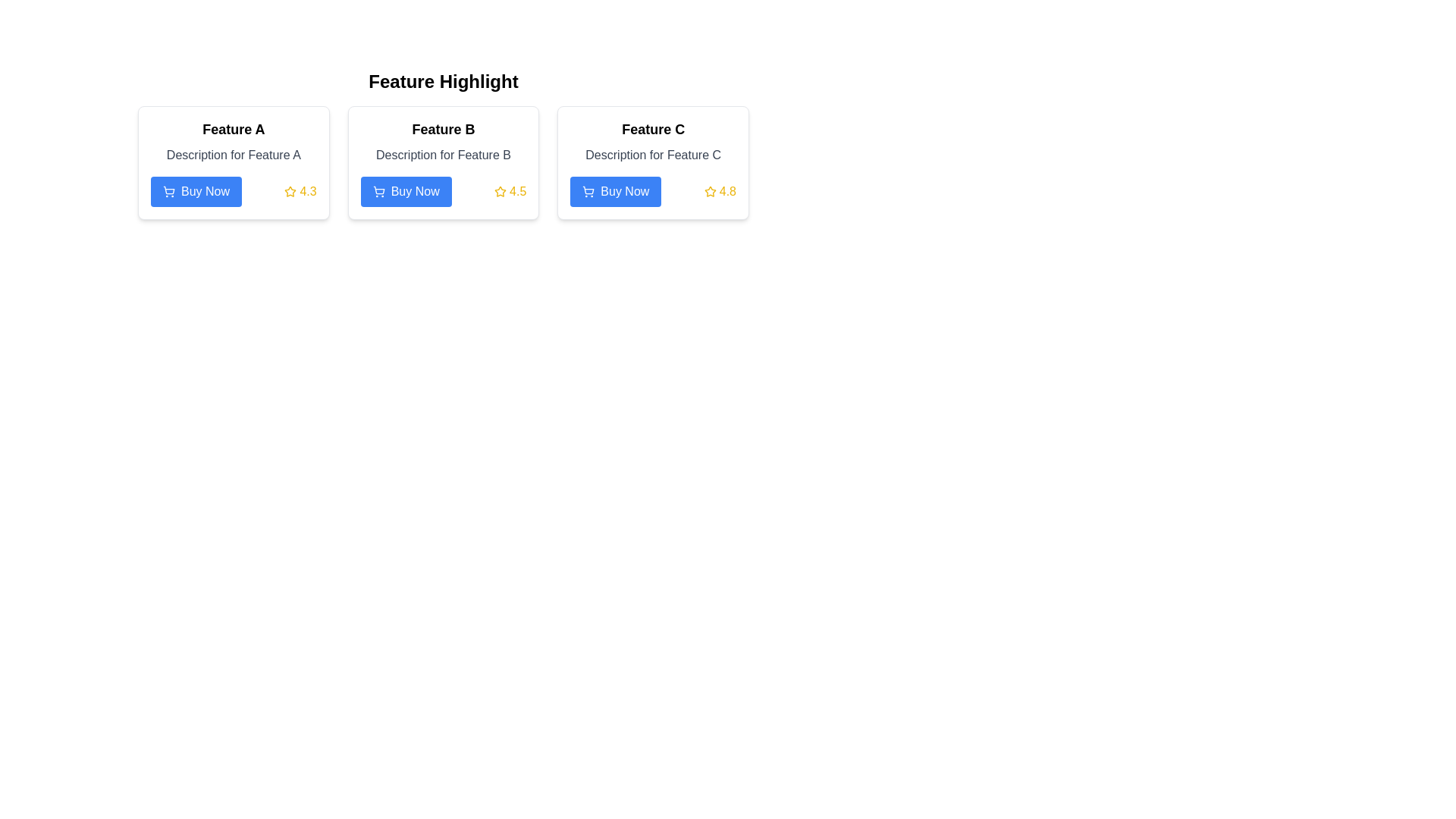  What do you see at coordinates (653, 191) in the screenshot?
I see `the purchase button in the Composite element located at the bottom of the 'Feature C' card to trigger a visual effect` at bounding box center [653, 191].